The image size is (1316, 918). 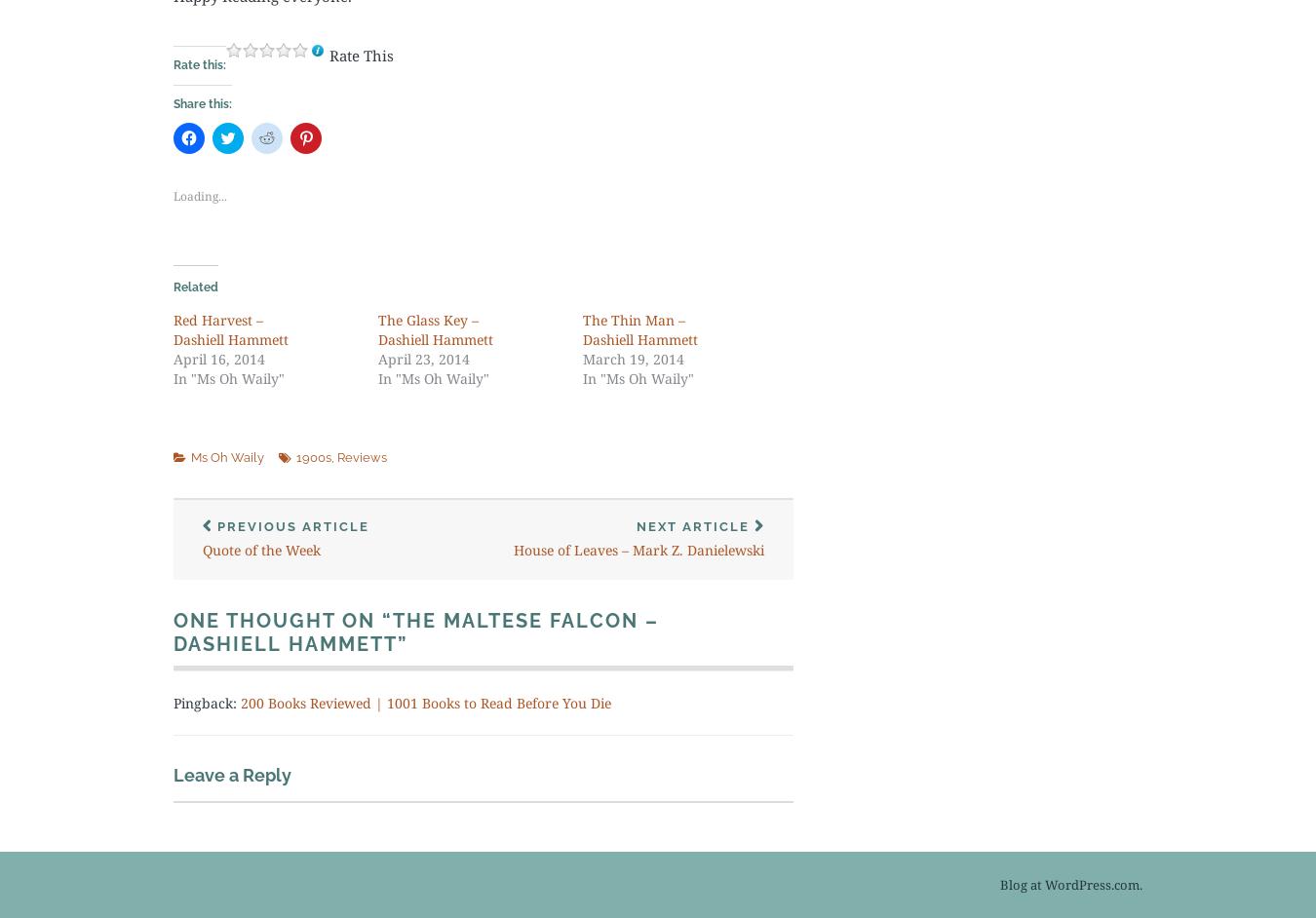 I want to click on 'Blog at WordPress.com.', so click(x=1071, y=882).